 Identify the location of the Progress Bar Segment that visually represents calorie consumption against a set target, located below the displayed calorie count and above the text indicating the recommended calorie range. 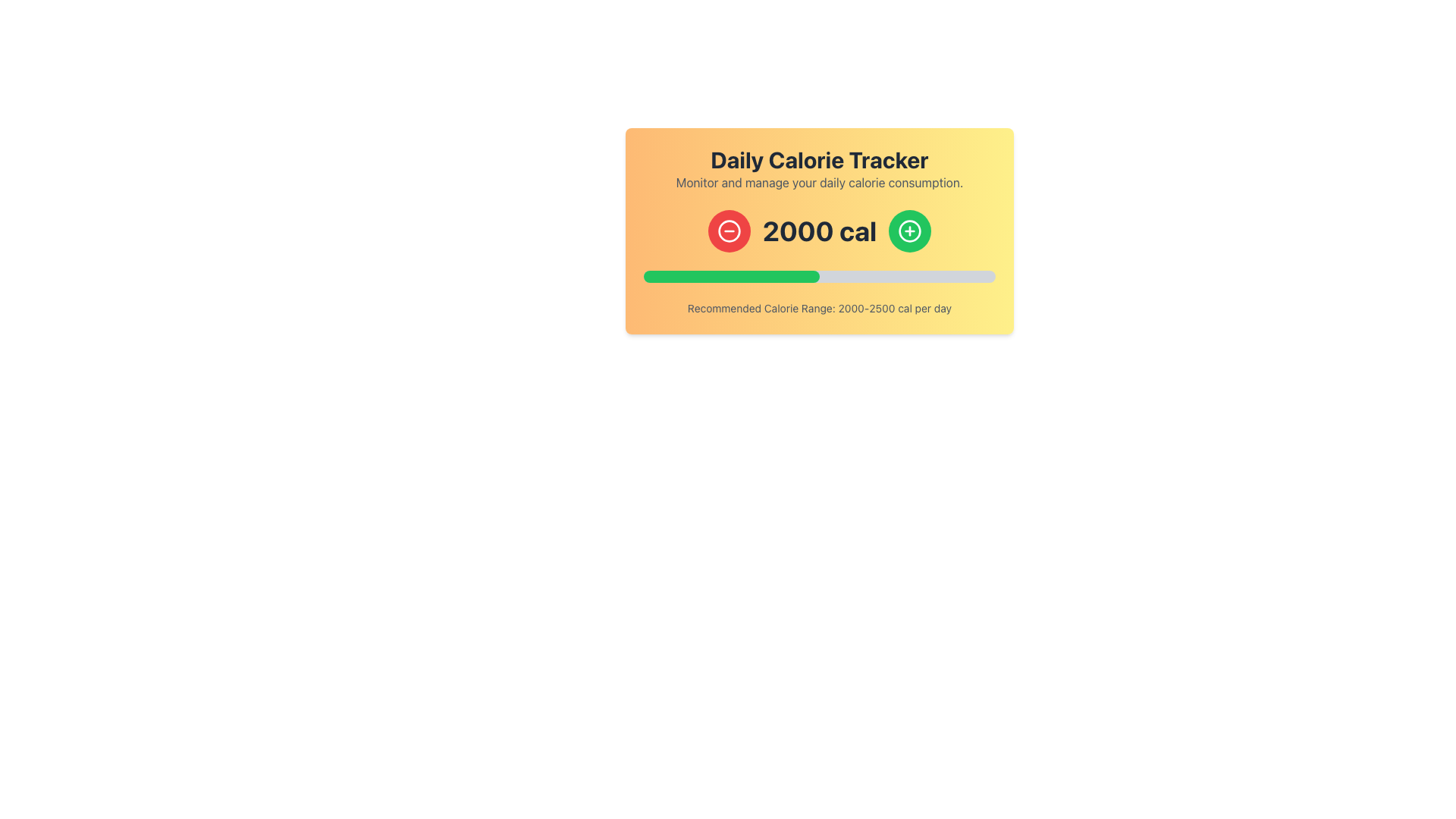
(731, 277).